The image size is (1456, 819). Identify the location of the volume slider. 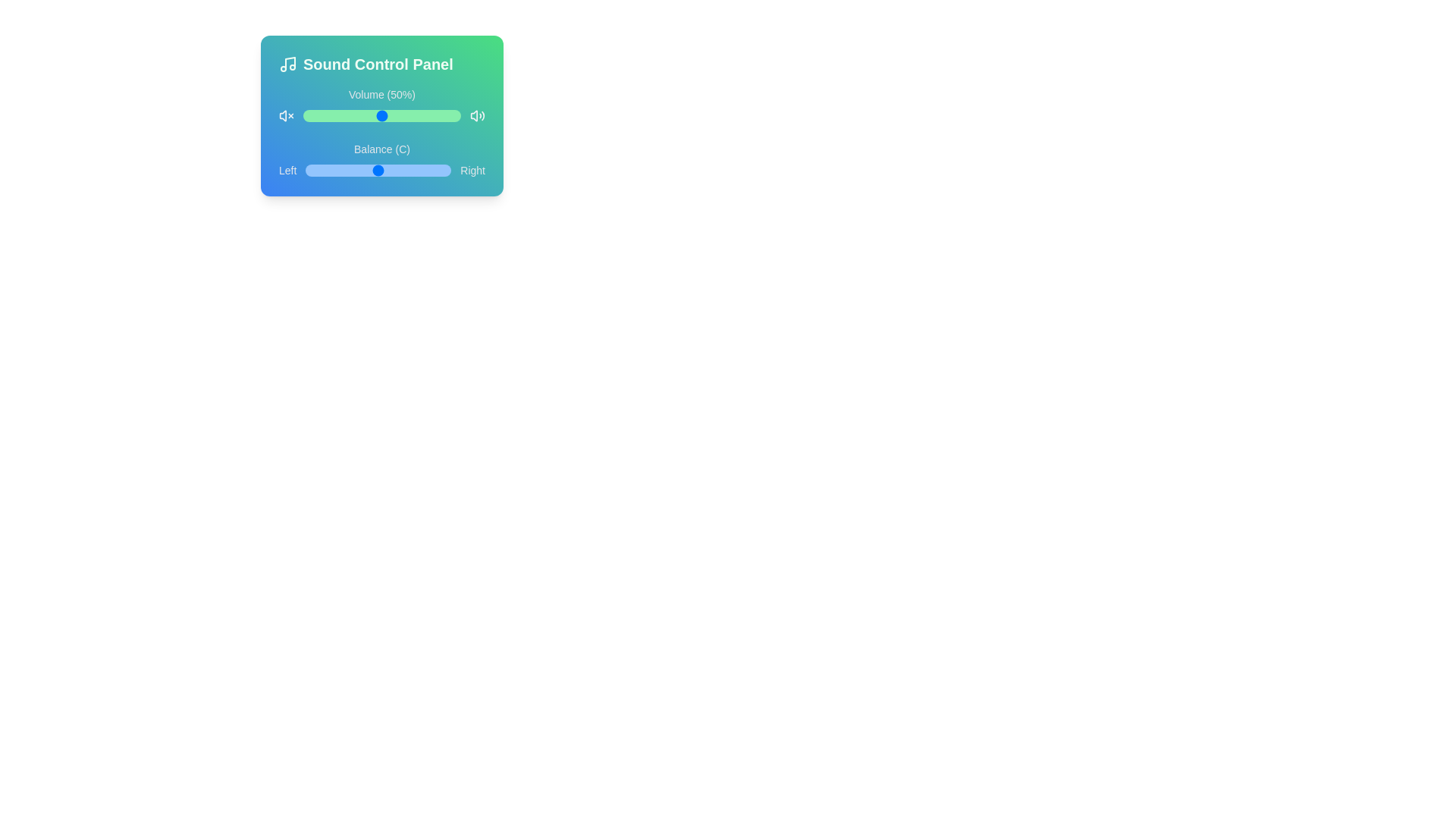
(441, 115).